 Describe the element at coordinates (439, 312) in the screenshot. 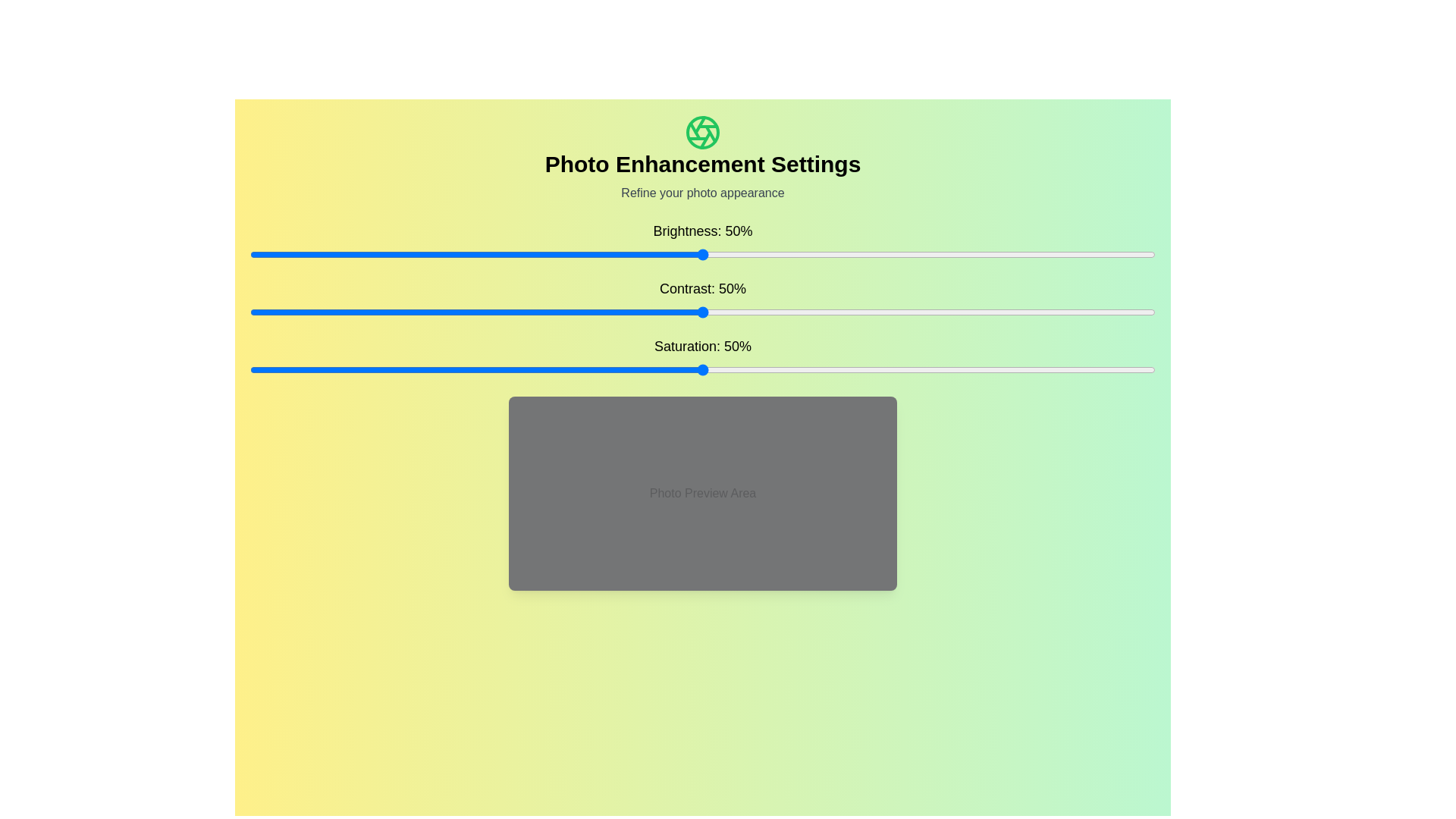

I see `the contrast slider to set the contrast to 21%` at that location.